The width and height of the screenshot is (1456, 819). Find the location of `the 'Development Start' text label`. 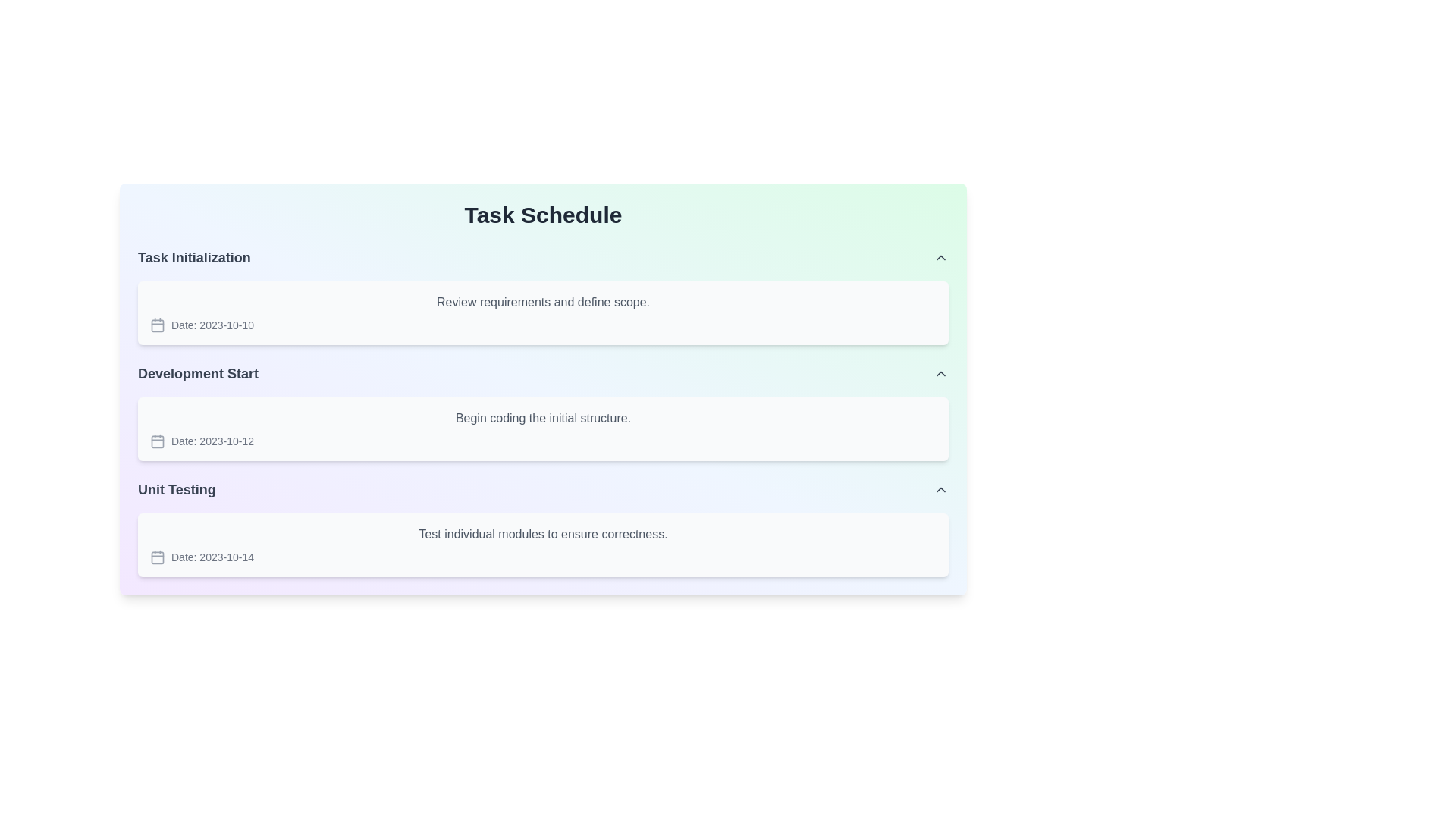

the 'Development Start' text label is located at coordinates (197, 374).